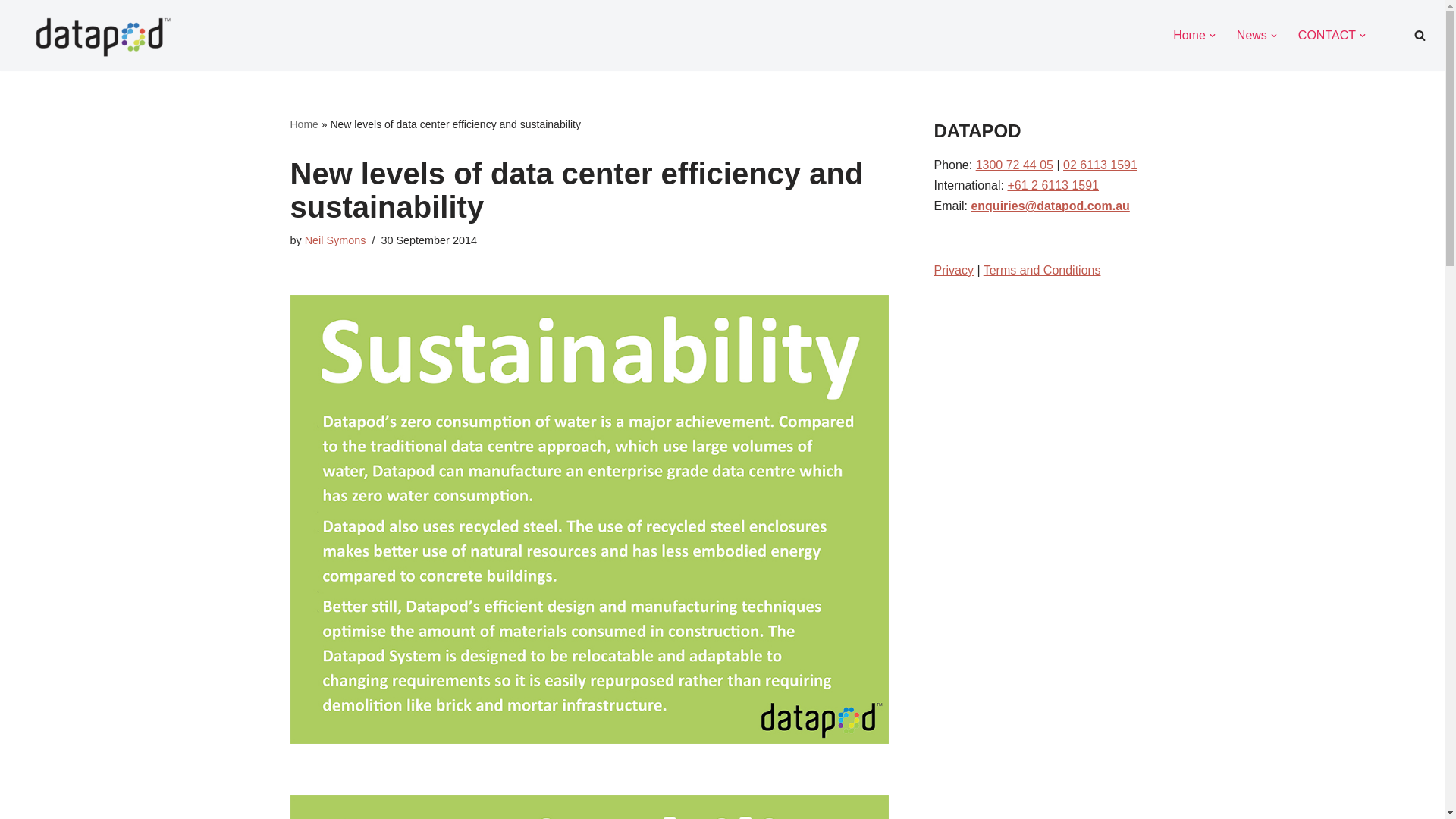 The width and height of the screenshot is (1456, 819). I want to click on 'enquiries@datapod.com.au', so click(1049, 206).